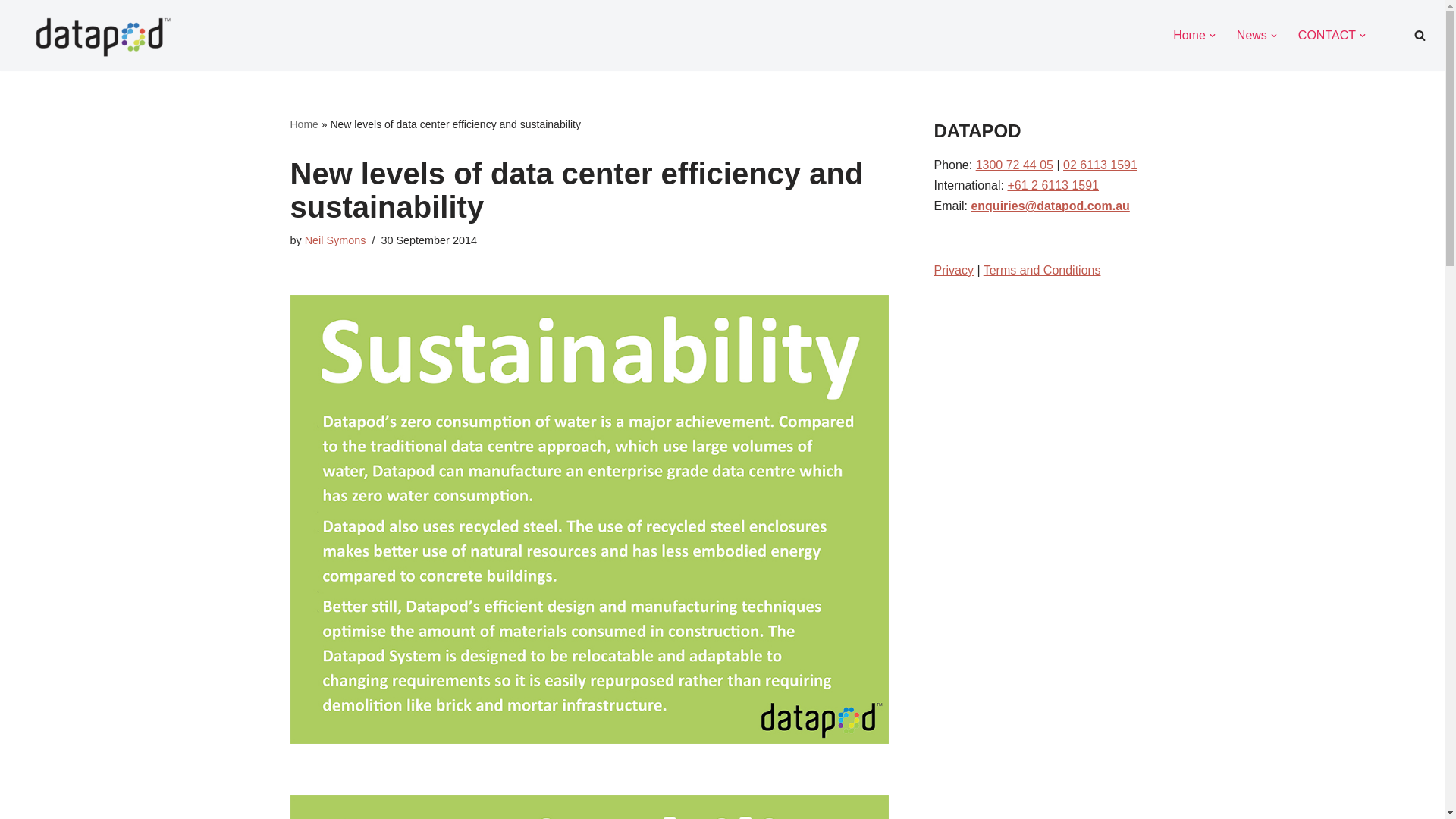 The width and height of the screenshot is (1456, 819). I want to click on 'enquiries@datapod.com.au', so click(1049, 206).